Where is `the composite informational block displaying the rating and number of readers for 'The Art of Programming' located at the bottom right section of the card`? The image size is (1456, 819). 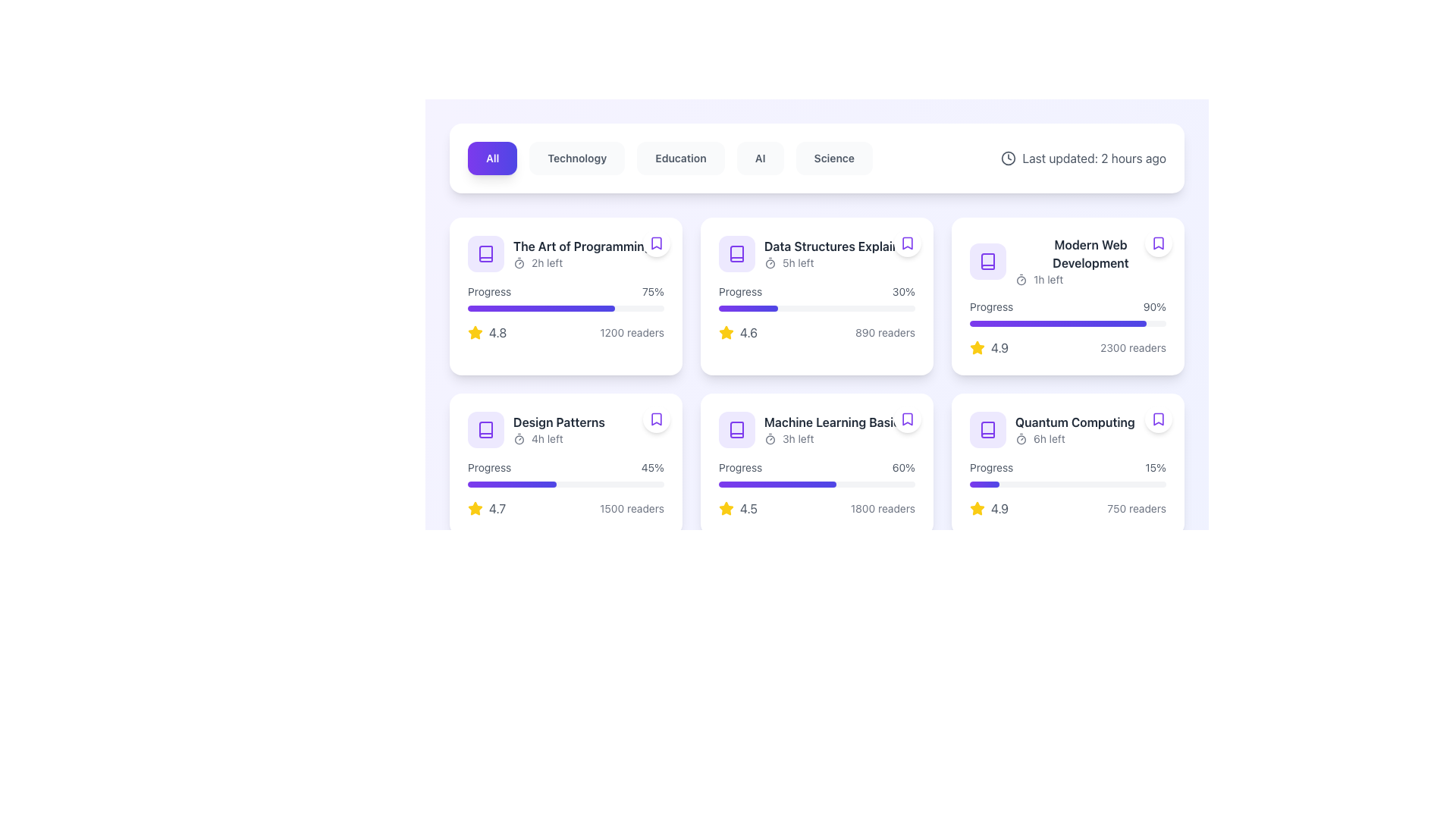 the composite informational block displaying the rating and number of readers for 'The Art of Programming' located at the bottom right section of the card is located at coordinates (565, 332).